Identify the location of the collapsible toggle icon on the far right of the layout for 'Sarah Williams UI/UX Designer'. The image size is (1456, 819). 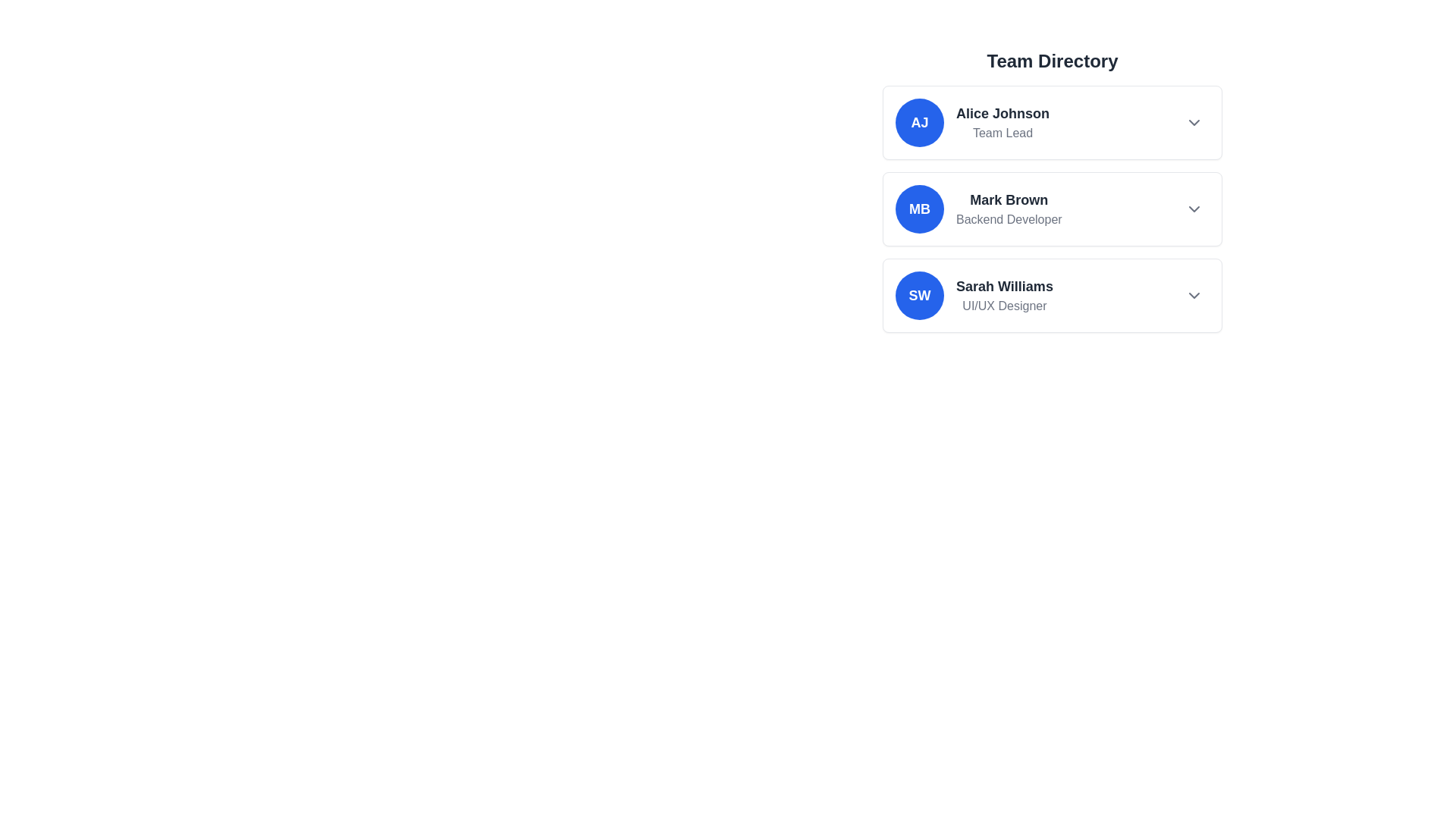
(1193, 295).